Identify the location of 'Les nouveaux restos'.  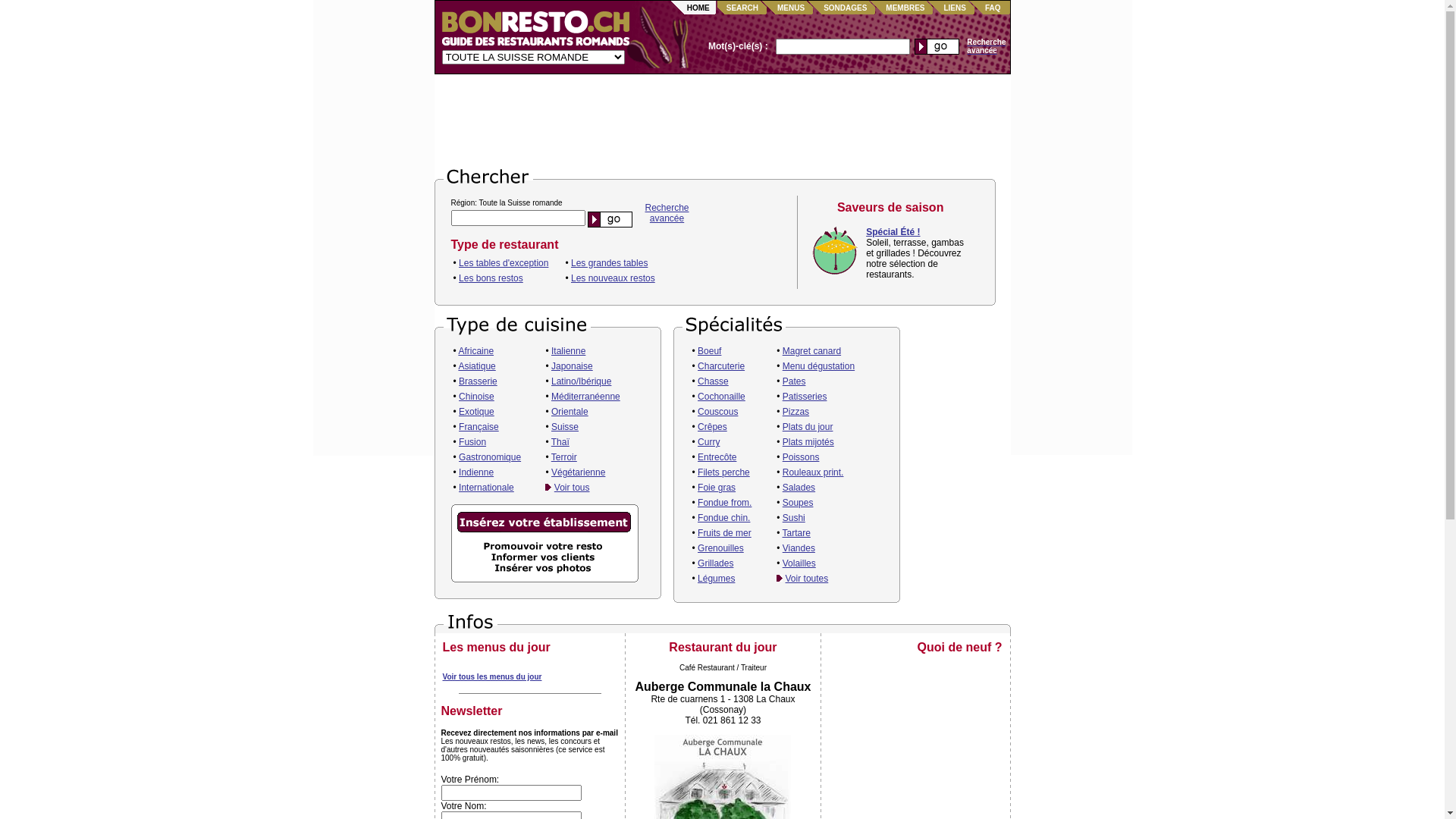
(613, 278).